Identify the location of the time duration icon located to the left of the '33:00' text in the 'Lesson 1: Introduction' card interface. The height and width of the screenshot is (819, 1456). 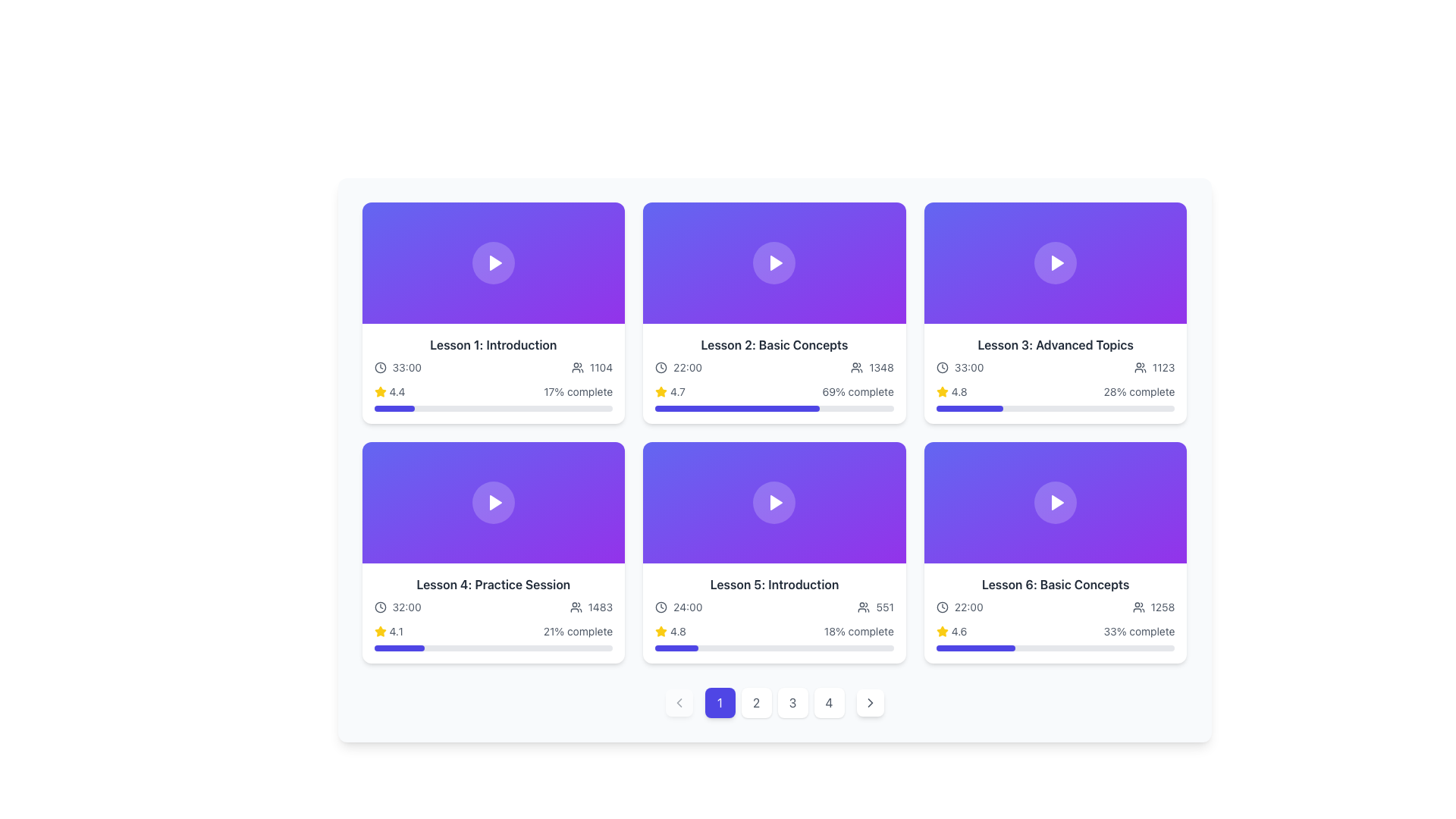
(380, 368).